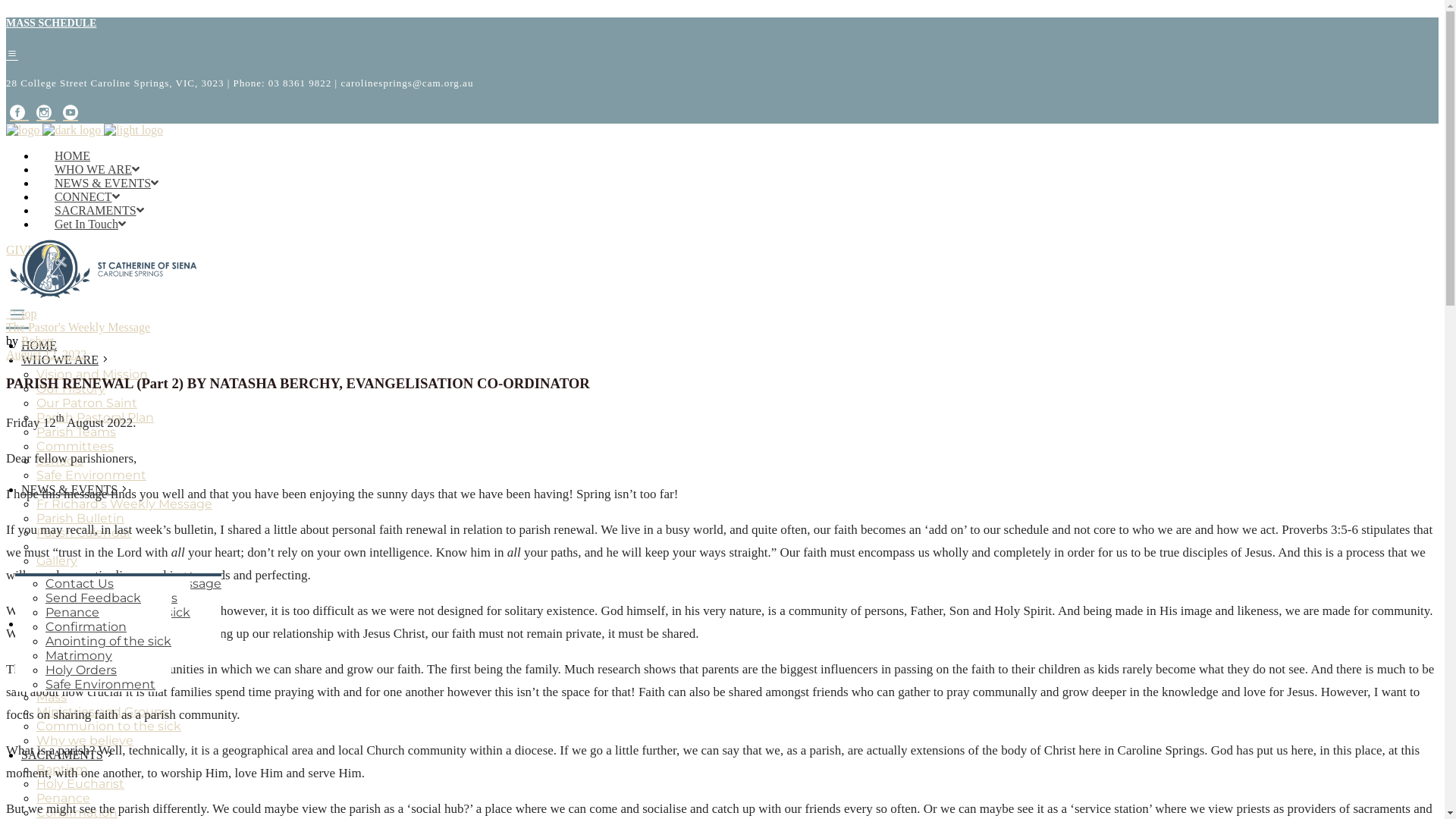 This screenshot has width=1456, height=819. What do you see at coordinates (77, 326) in the screenshot?
I see `'The Pastor's Weekly Message'` at bounding box center [77, 326].